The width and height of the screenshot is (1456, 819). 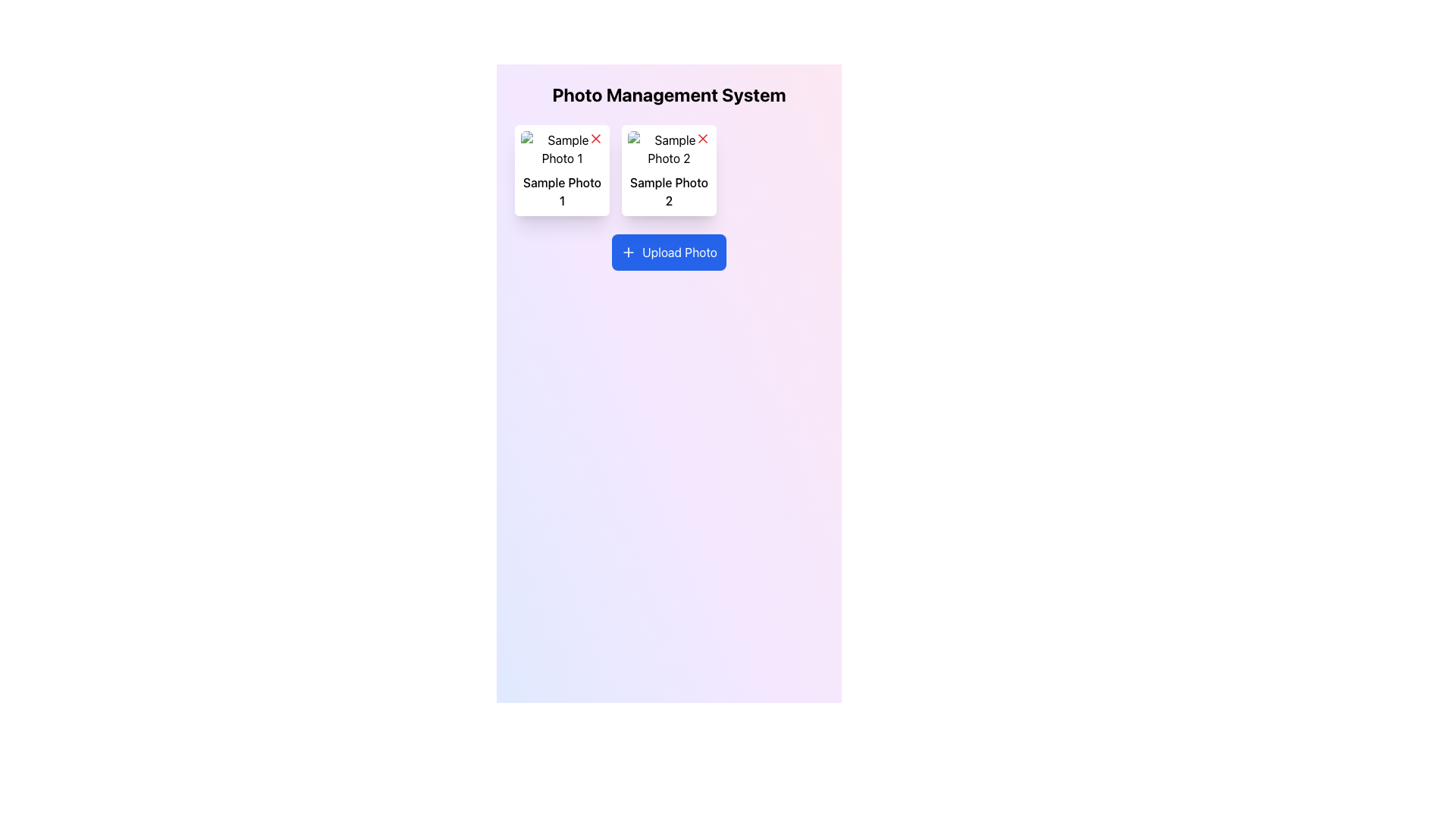 I want to click on the blue plus icon within the 'Upload Photo' button, which is positioned centrally below the photo cards, so click(x=629, y=251).